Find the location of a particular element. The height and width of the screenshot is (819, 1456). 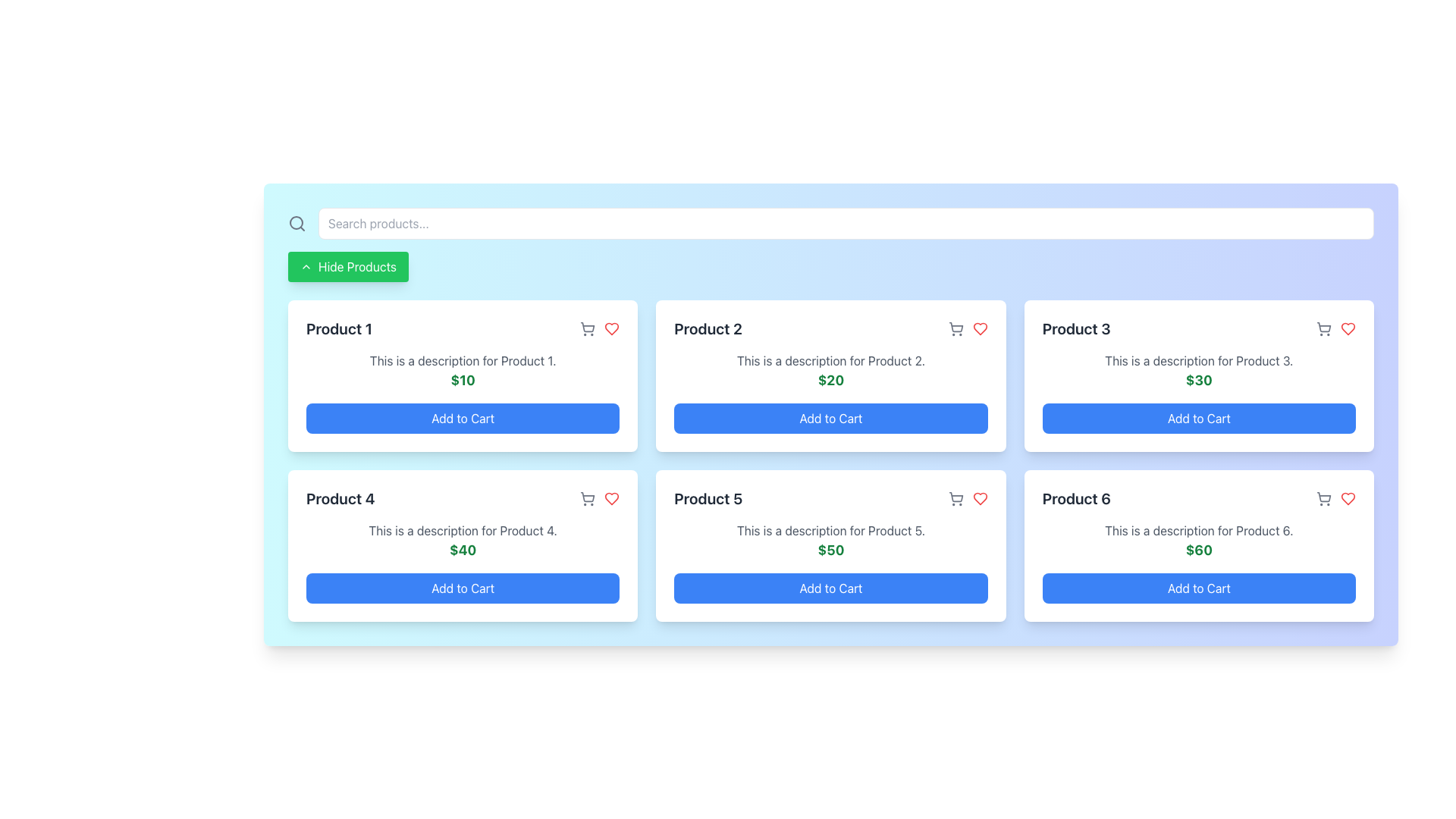

the informational static text element located within the card labeled 'Product 5', which is the second textual element directly below the title and above the price and 'Add to Cart' button is located at coordinates (830, 529).